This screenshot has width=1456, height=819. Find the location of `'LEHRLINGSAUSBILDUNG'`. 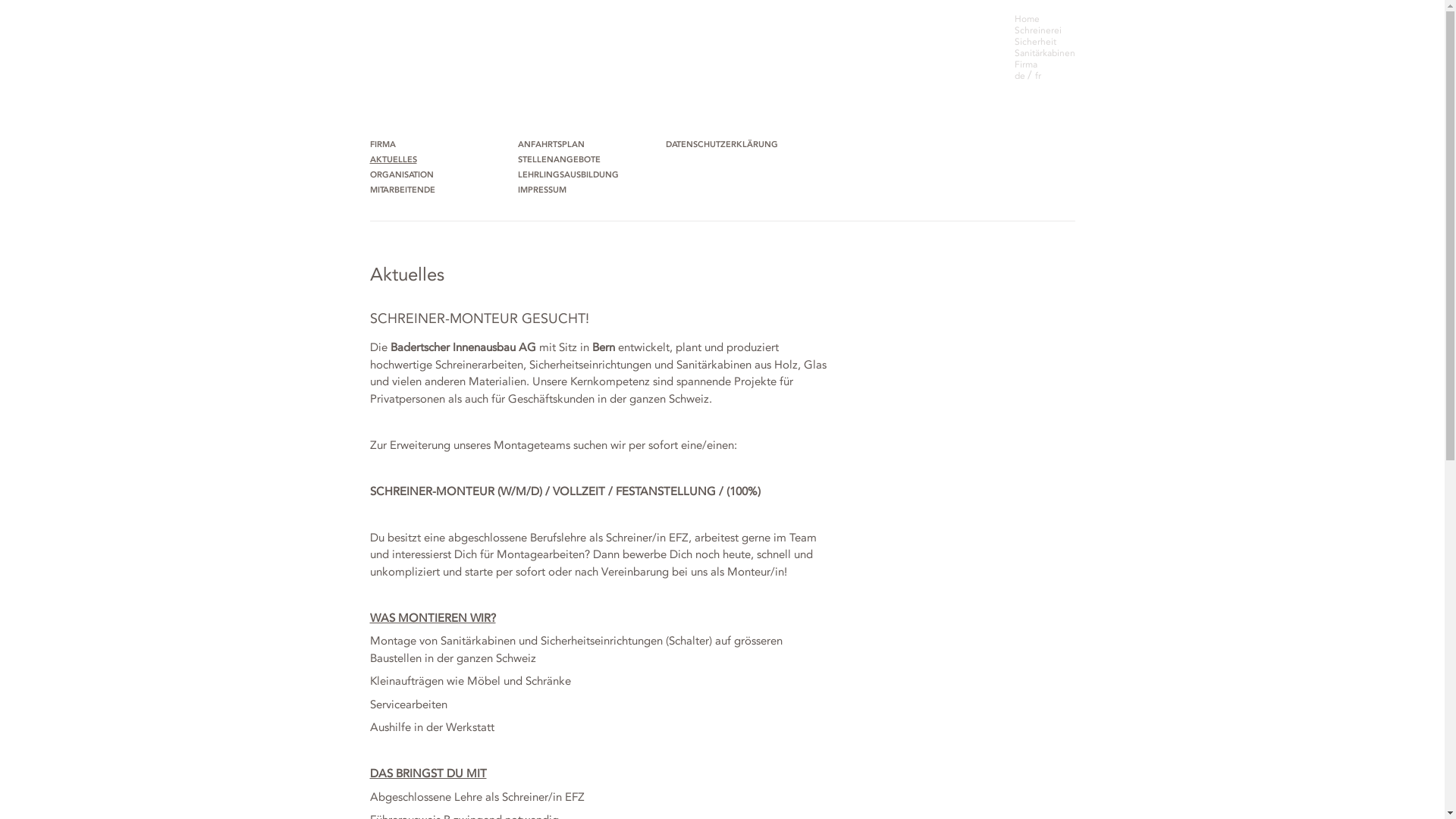

'LEHRLINGSAUSBILDUNG' is located at coordinates (567, 174).